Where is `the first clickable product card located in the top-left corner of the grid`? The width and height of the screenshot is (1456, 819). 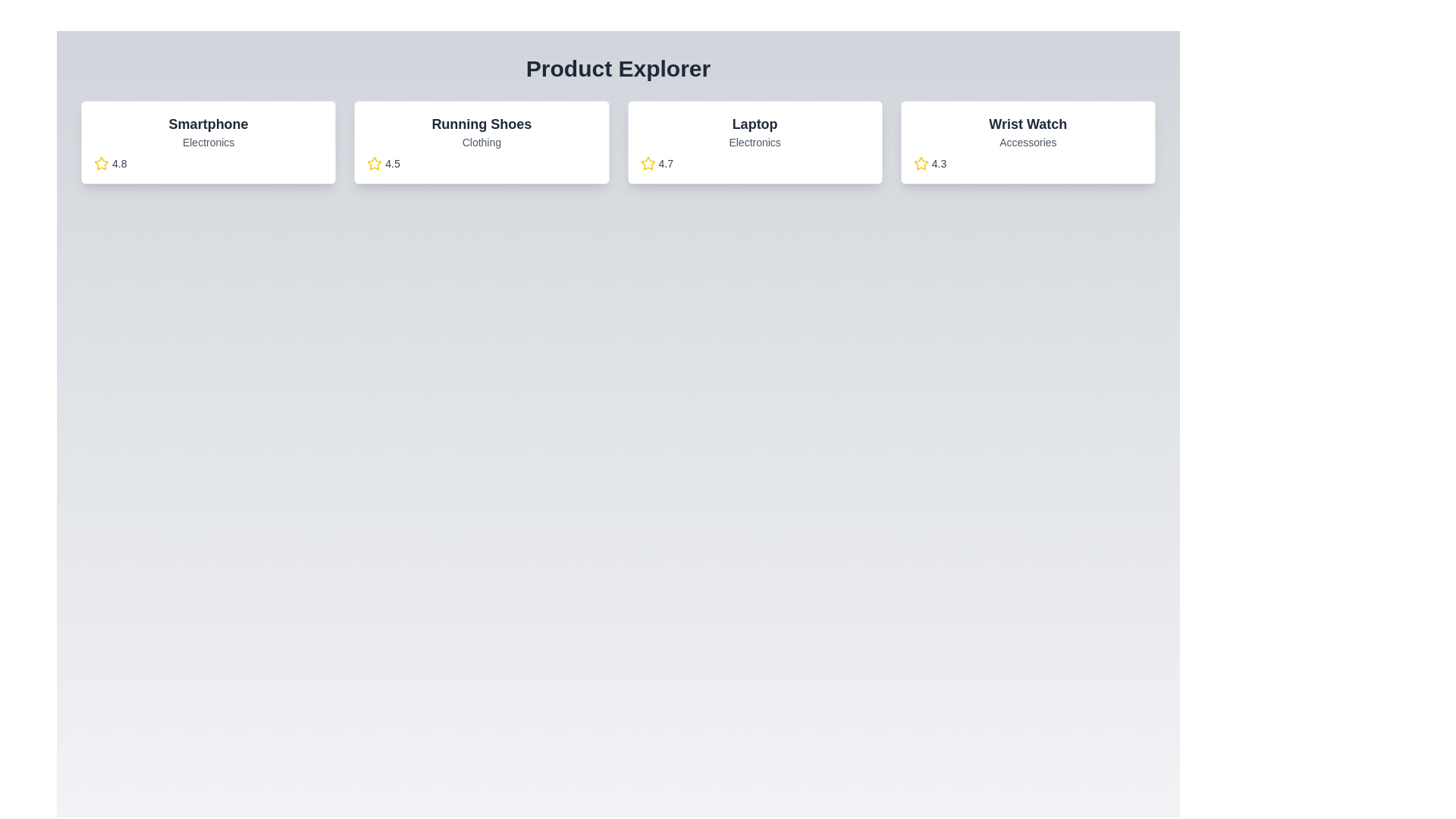
the first clickable product card located in the top-left corner of the grid is located at coordinates (208, 143).